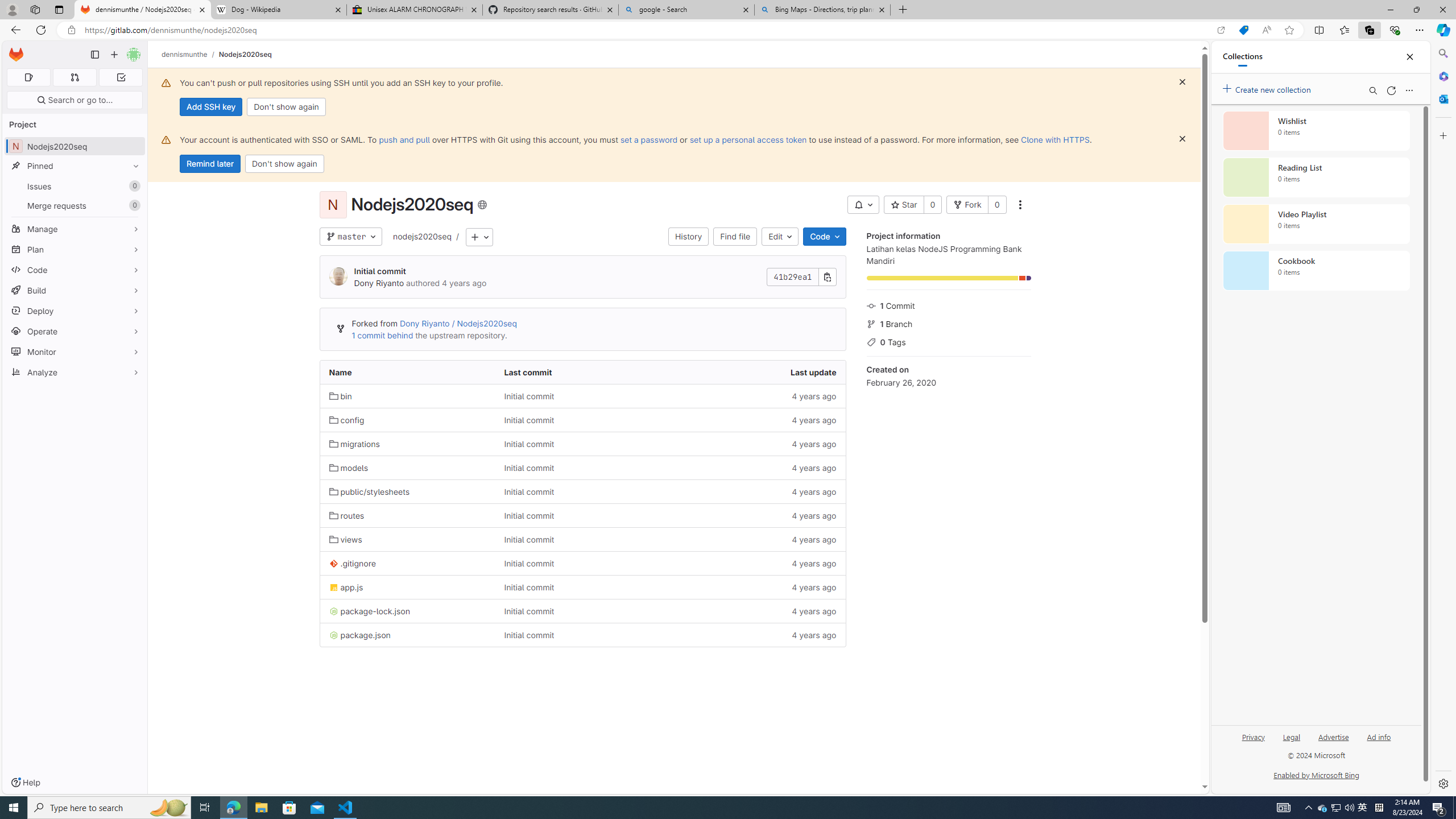  What do you see at coordinates (421, 235) in the screenshot?
I see `'nodejs2020seq'` at bounding box center [421, 235].